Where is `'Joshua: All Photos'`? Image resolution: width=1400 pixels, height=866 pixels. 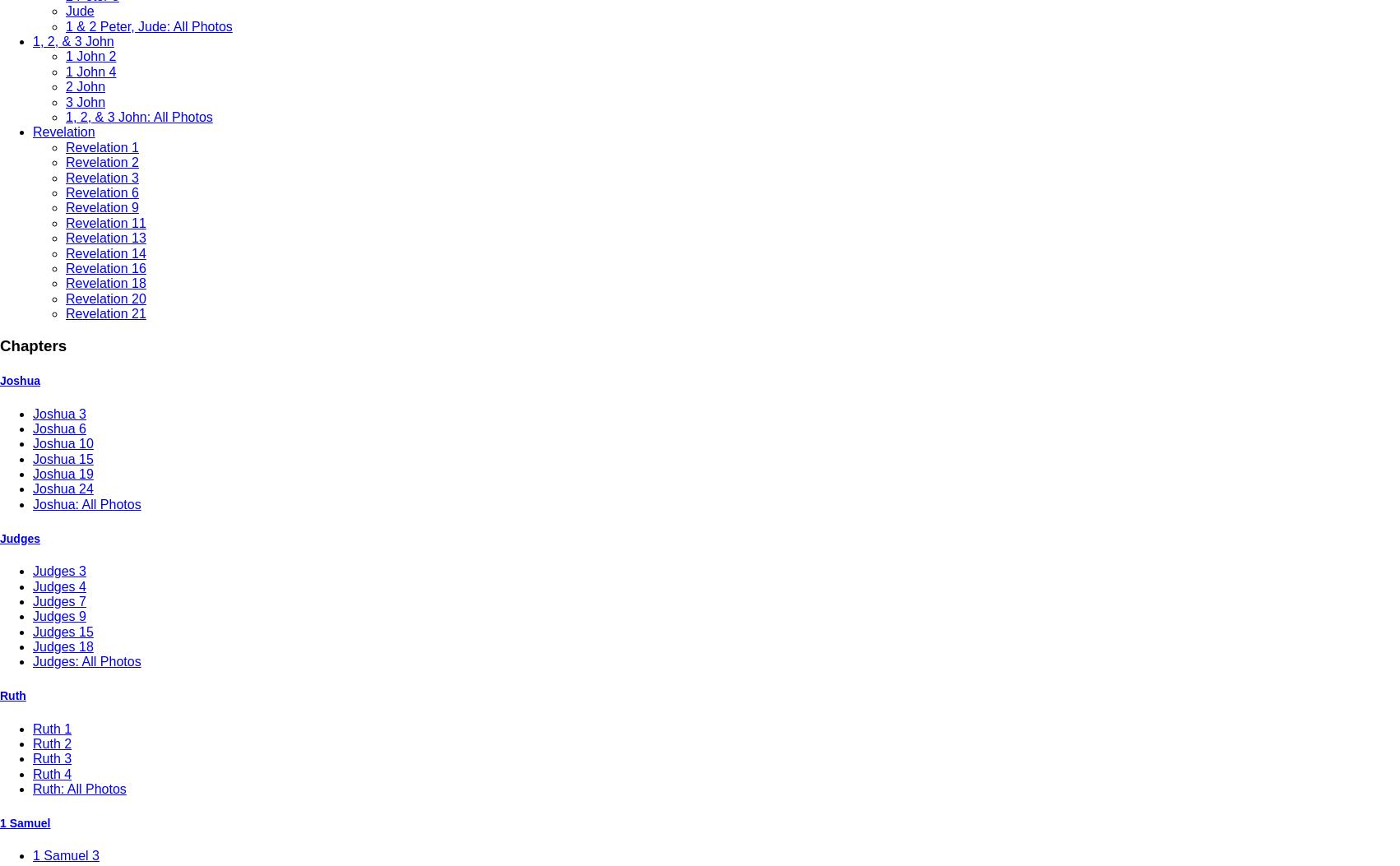
'Joshua: All Photos' is located at coordinates (86, 503).